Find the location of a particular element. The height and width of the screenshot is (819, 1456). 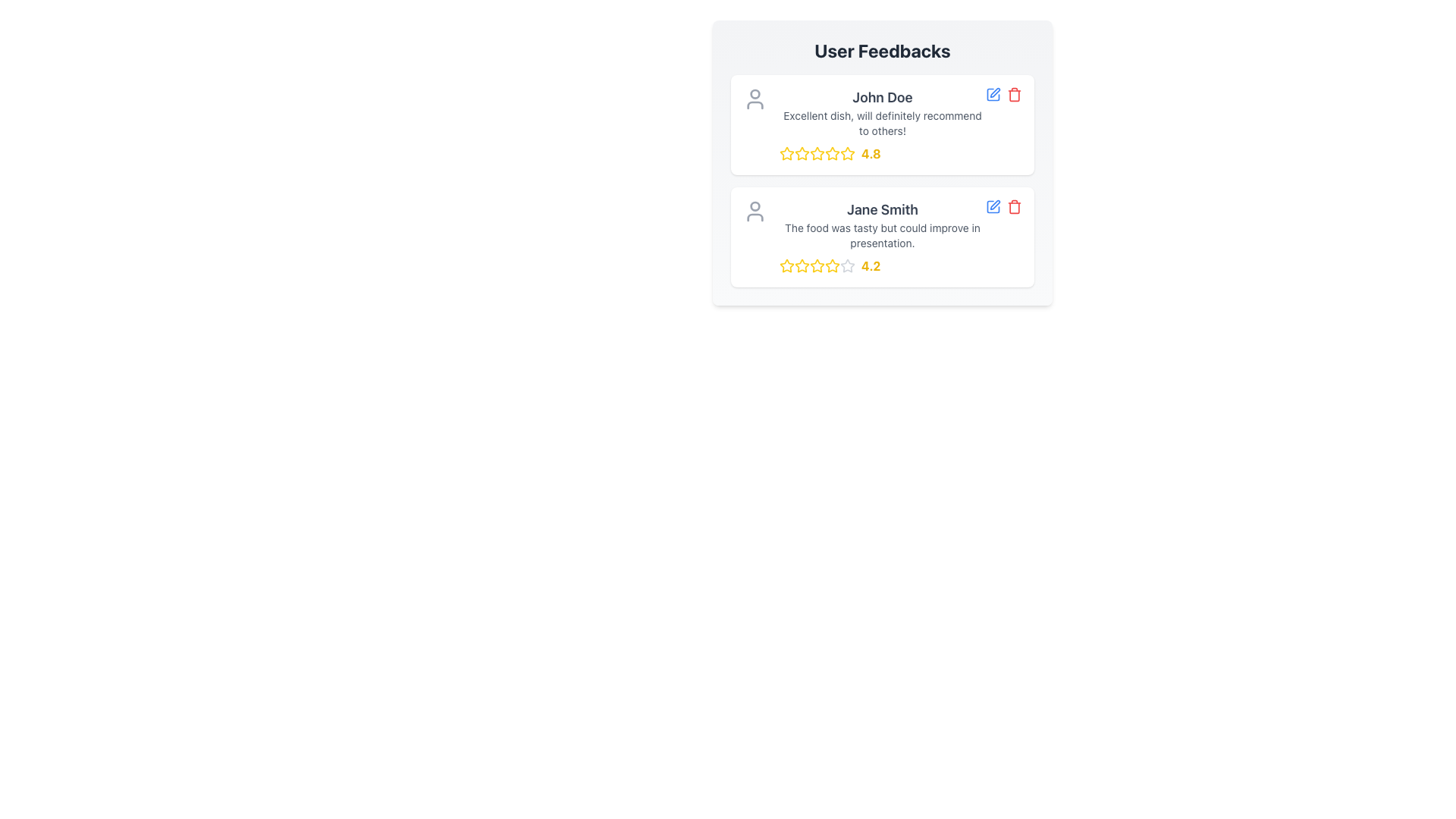

the user feedback icon representing 'Jane Smith' located to the left of the feedback text is located at coordinates (755, 211).